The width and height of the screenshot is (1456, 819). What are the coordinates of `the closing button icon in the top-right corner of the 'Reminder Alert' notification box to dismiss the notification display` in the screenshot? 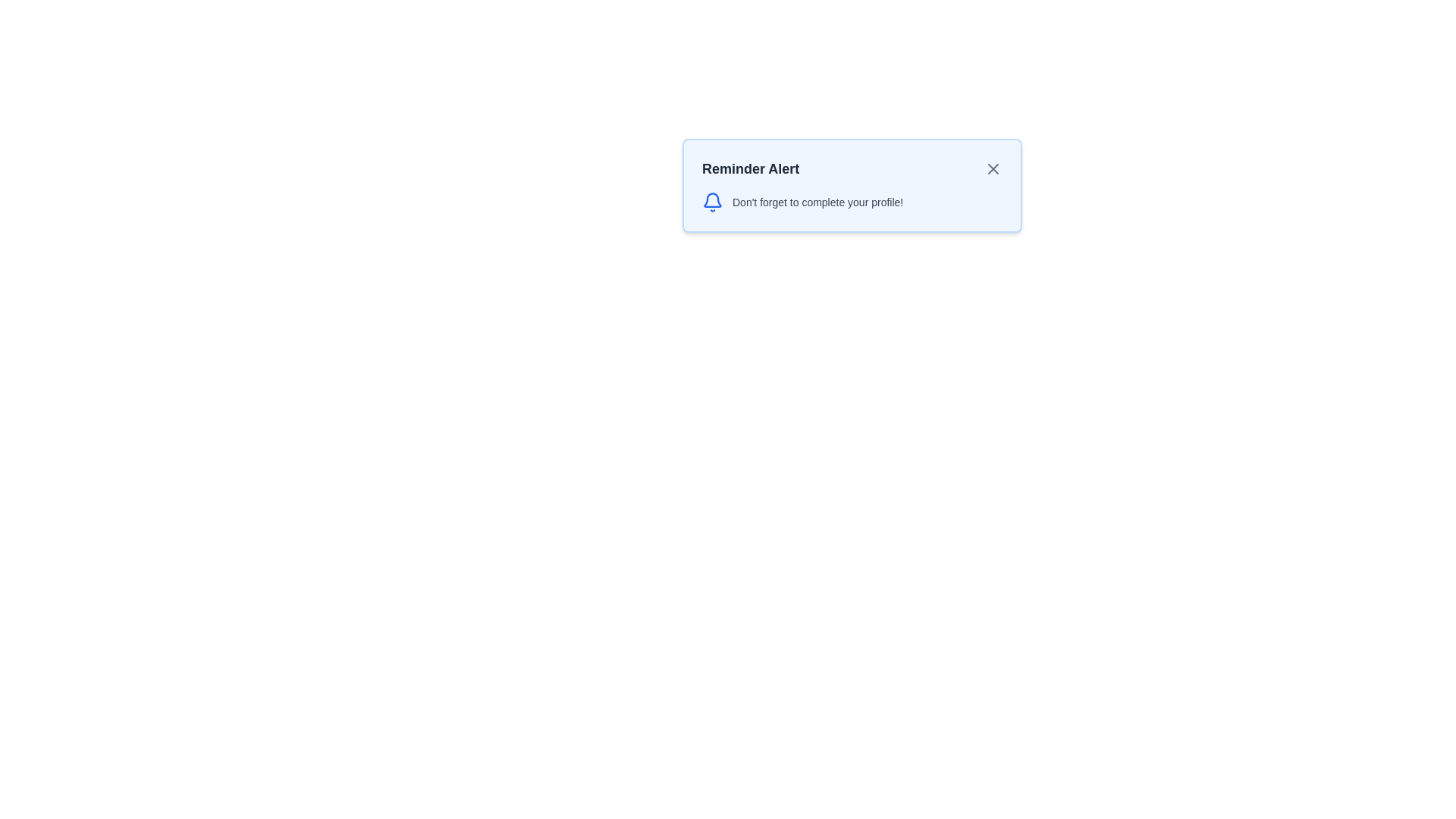 It's located at (993, 169).